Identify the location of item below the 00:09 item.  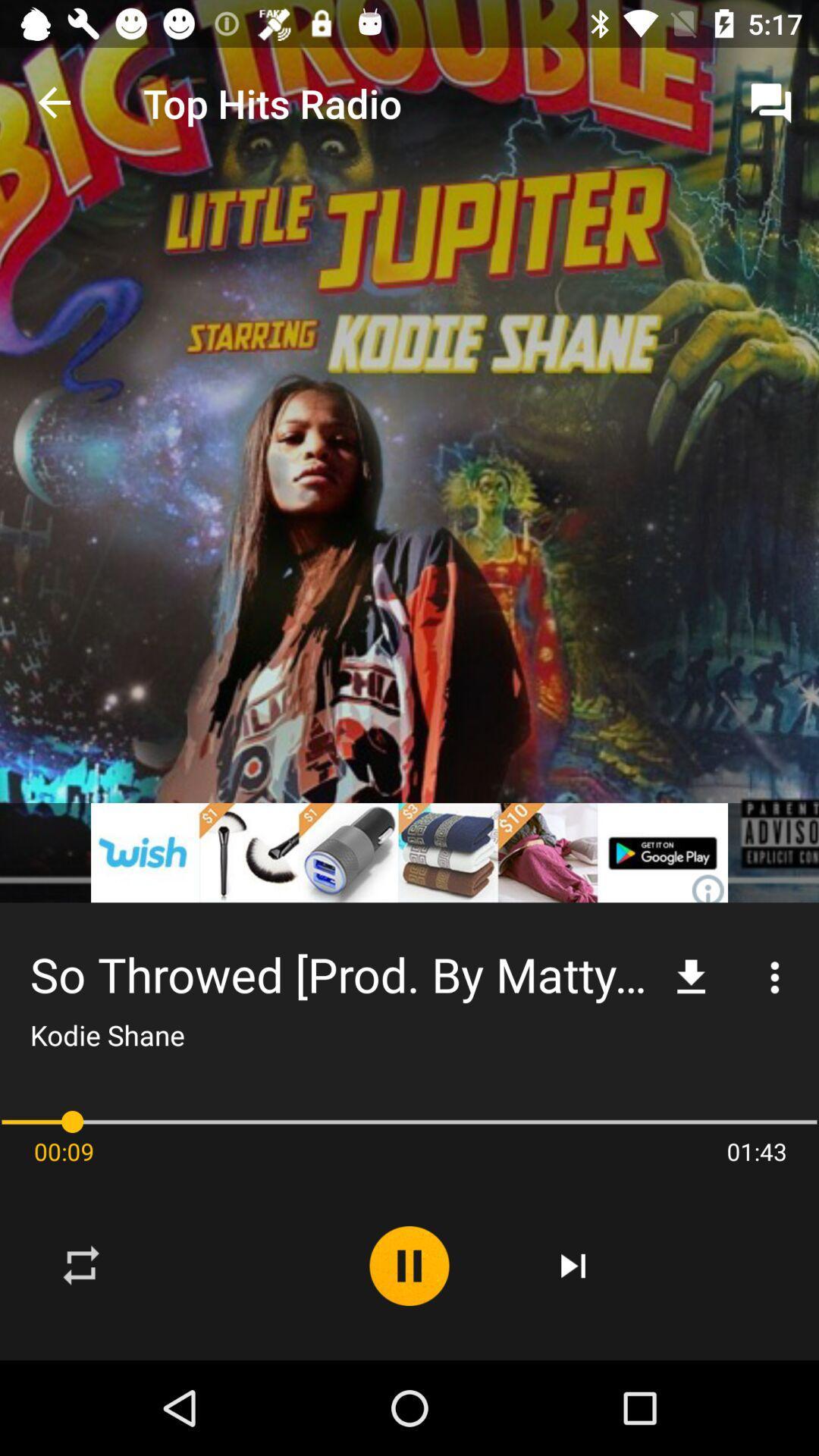
(82, 1266).